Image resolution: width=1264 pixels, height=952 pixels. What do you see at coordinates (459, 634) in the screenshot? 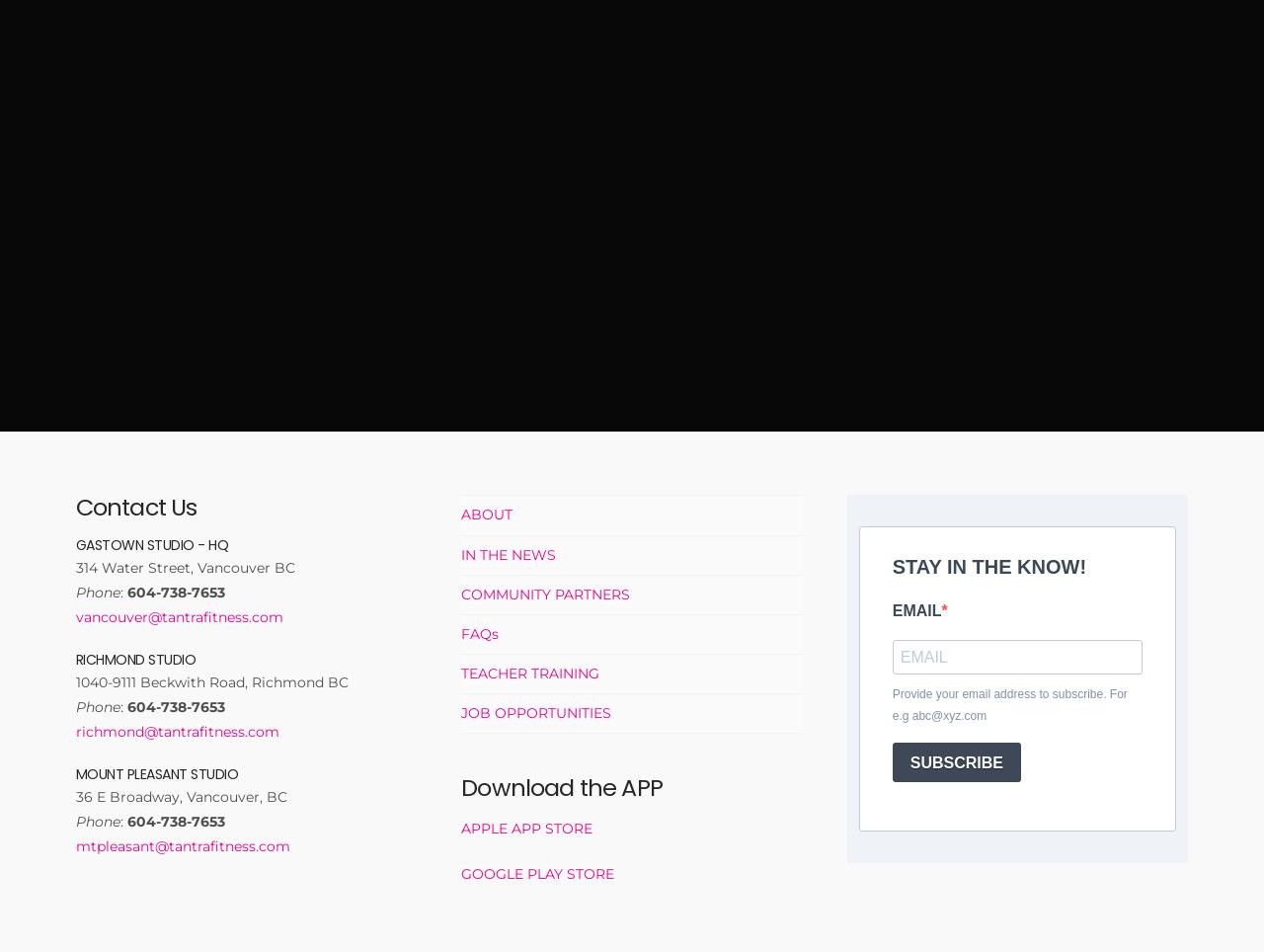
I see `'FAQs'` at bounding box center [459, 634].